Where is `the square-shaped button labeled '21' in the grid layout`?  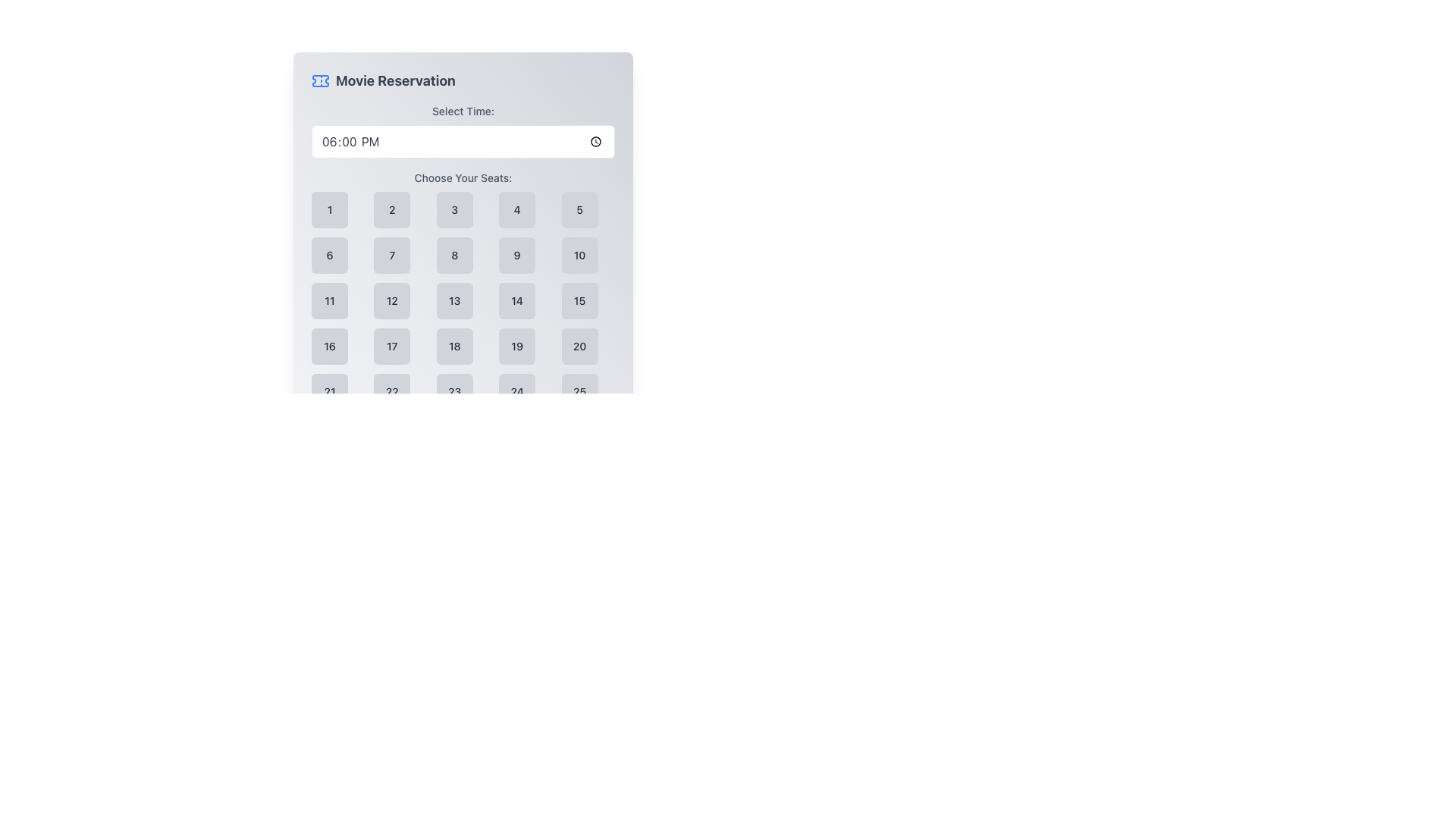 the square-shaped button labeled '21' in the grid layout is located at coordinates (329, 391).